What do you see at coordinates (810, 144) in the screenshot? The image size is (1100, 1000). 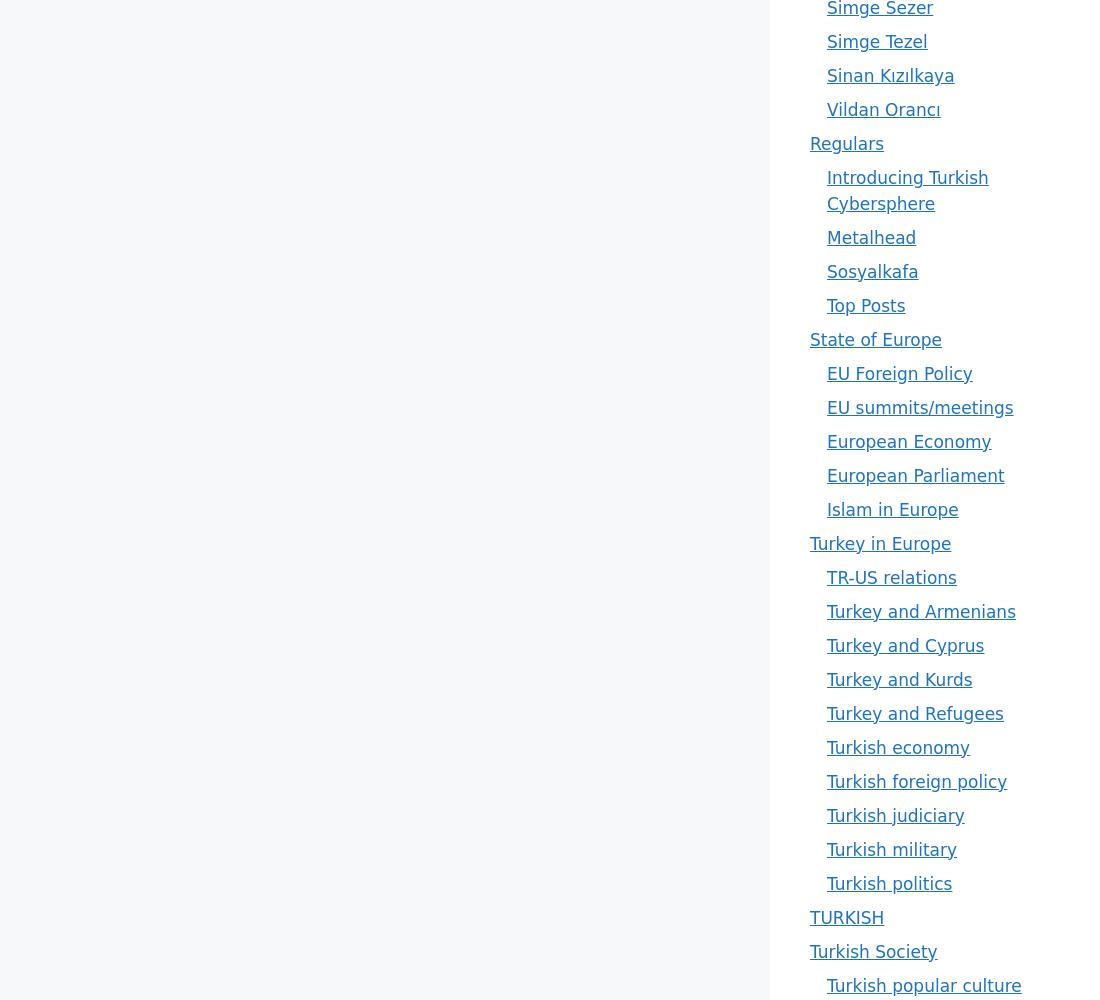 I see `'Regulars'` at bounding box center [810, 144].